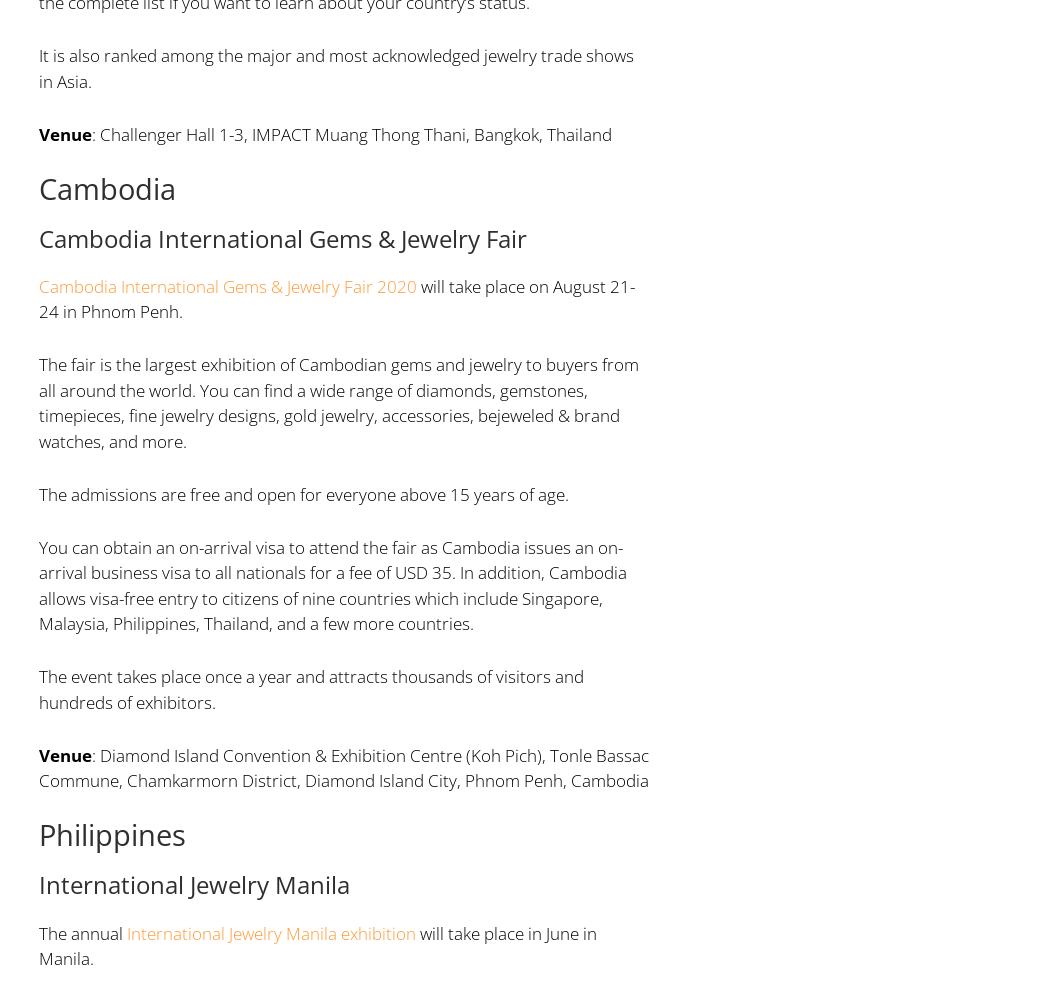 This screenshot has width=1064, height=1005. I want to click on 'You can obtain an on-arrival visa to attend the fair as Cambodia issues an on-arrival business visa to all nationals for a fee of USD 35. In addition, Cambodia allows visa-free entry to citizens of nine countries which include Singapore, Malaysia, Philippines, Thailand, and a few more countries.', so click(331, 584).